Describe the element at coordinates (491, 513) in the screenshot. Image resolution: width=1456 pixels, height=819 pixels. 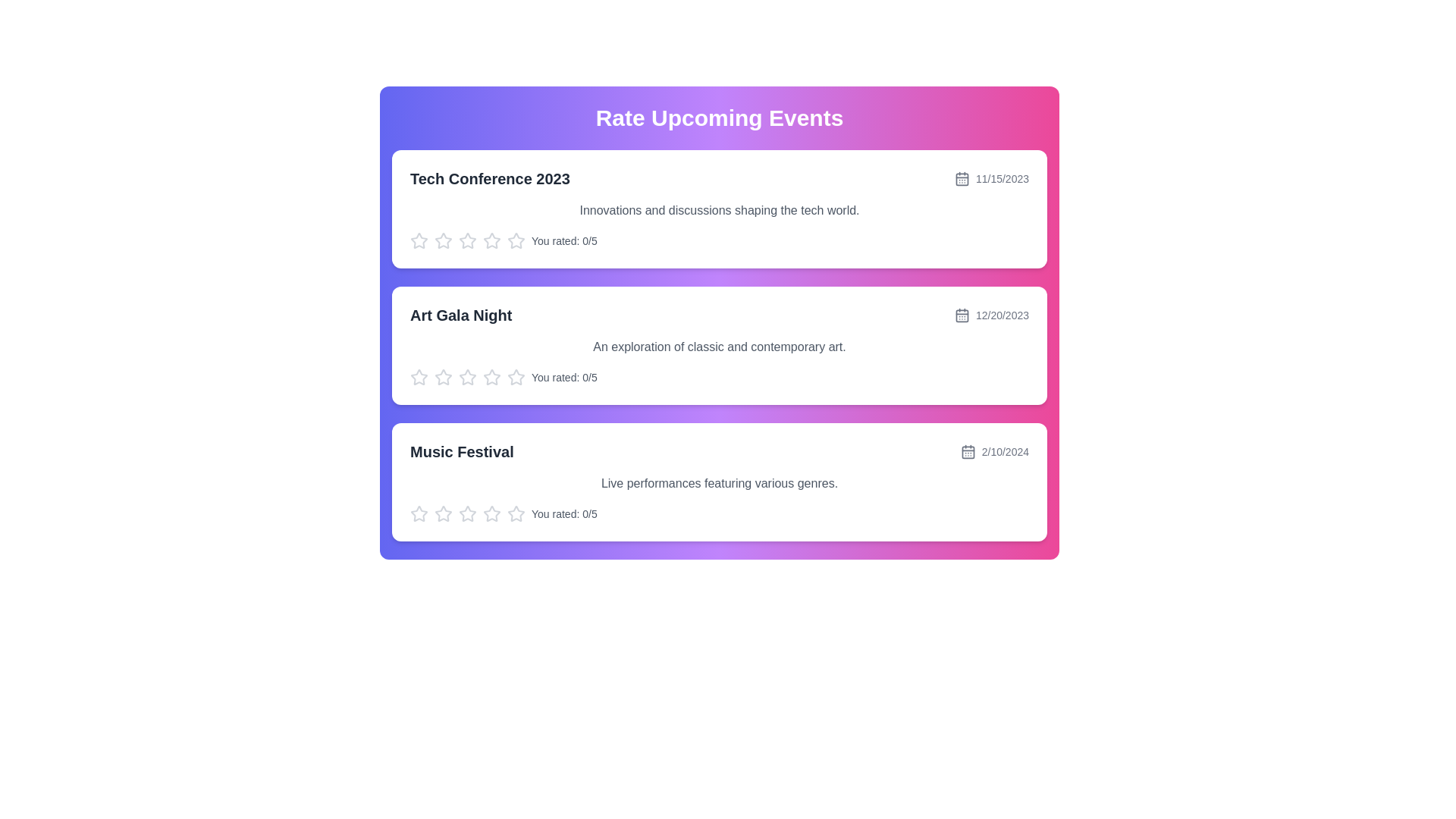
I see `the second star icon in the rating system of the 'Music Festival' event card` at that location.